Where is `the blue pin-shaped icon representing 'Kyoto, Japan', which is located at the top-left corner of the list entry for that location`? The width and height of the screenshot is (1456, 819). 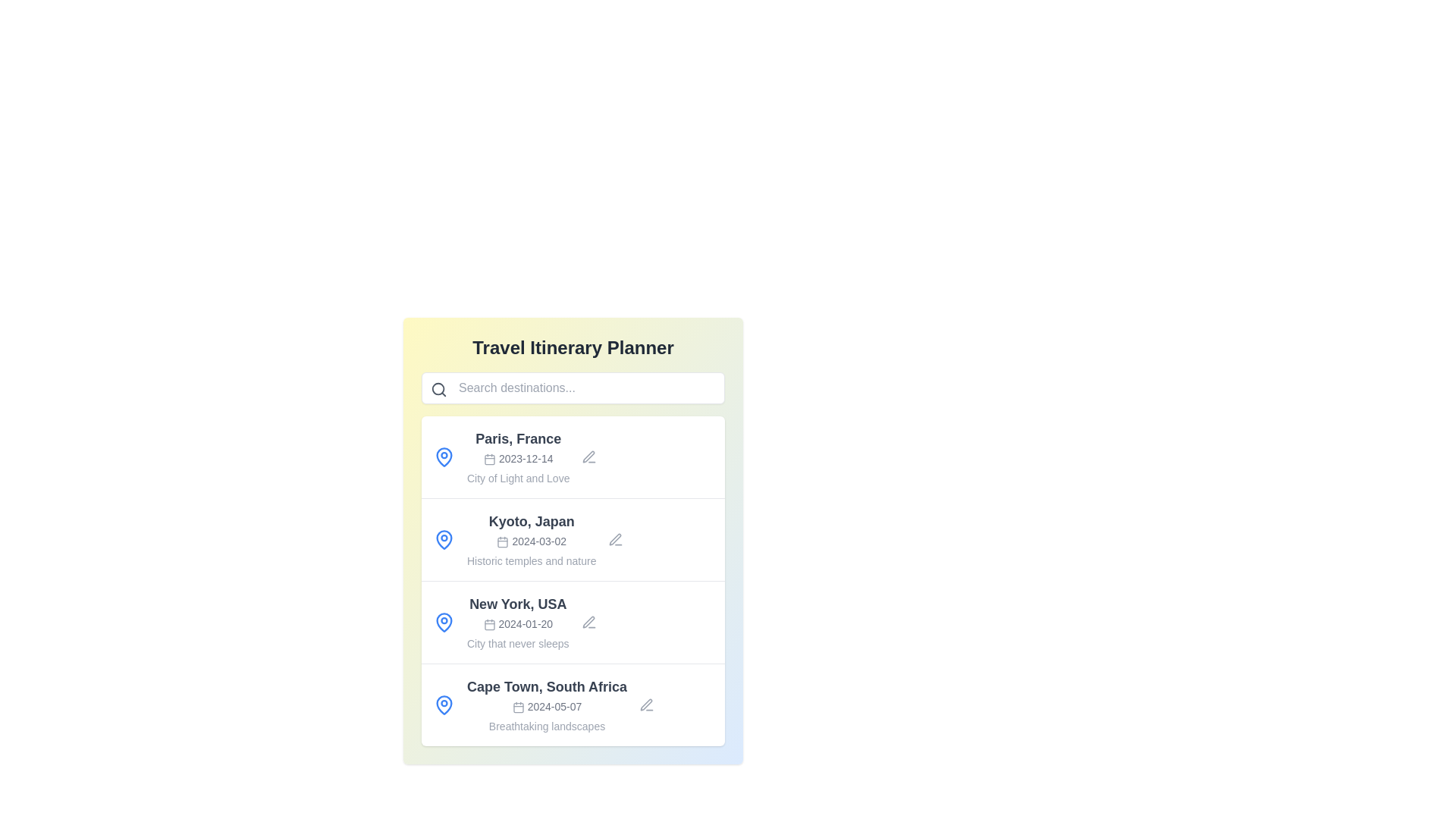
the blue pin-shaped icon representing 'Kyoto, Japan', which is located at the top-left corner of the list entry for that location is located at coordinates (443, 539).